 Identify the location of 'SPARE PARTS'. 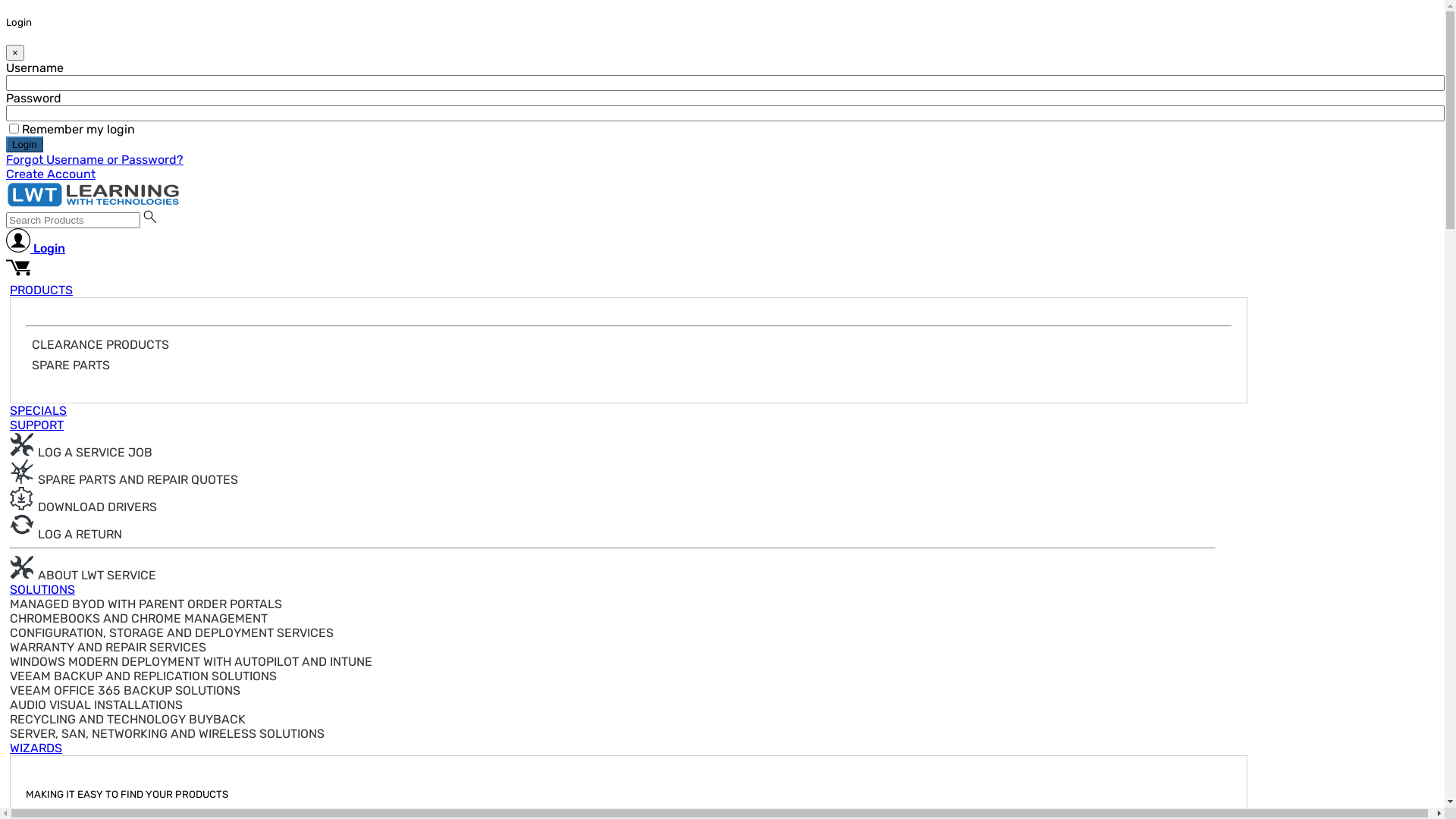
(70, 365).